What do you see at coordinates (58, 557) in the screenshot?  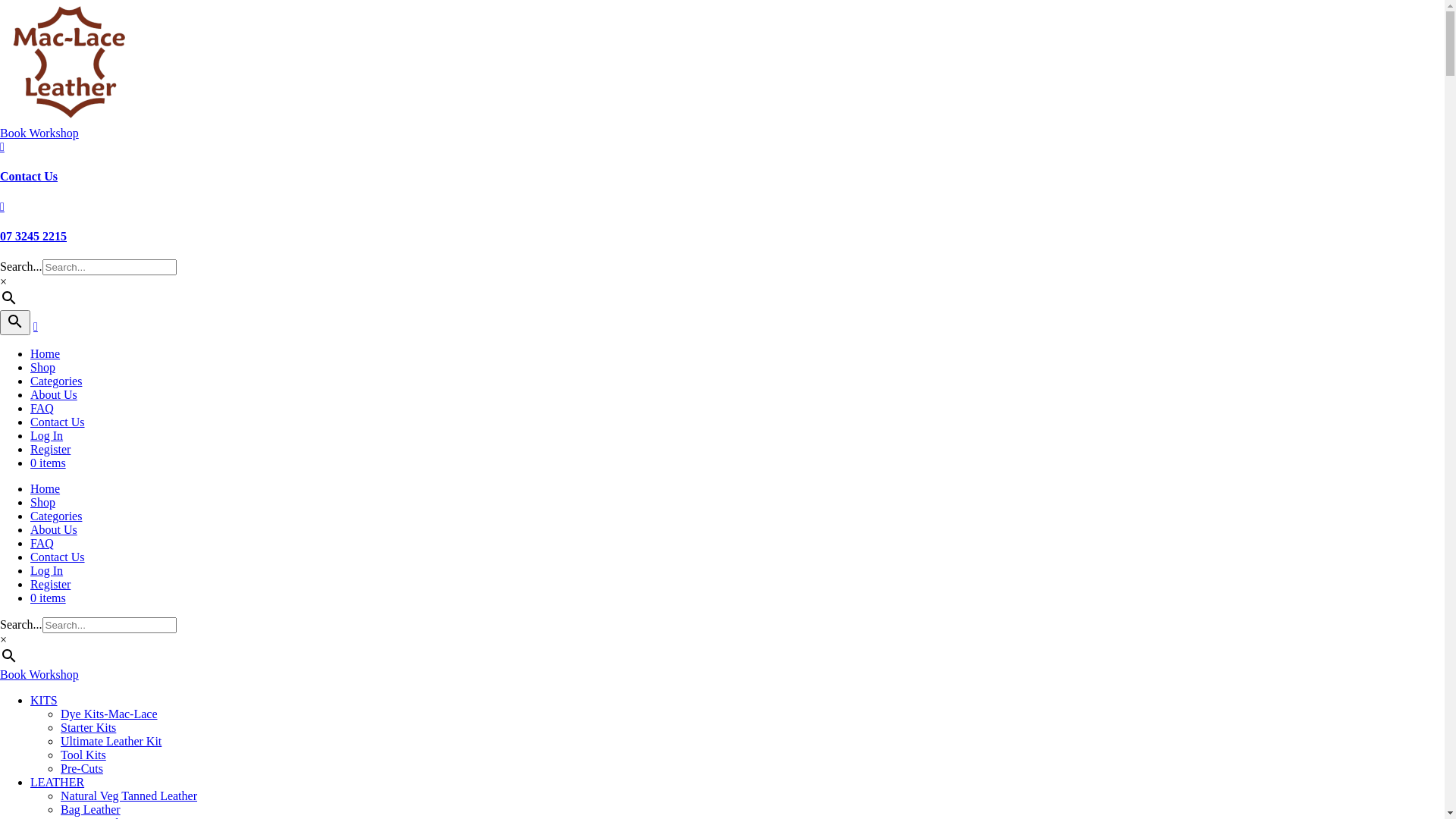 I see `'Contact Us'` at bounding box center [58, 557].